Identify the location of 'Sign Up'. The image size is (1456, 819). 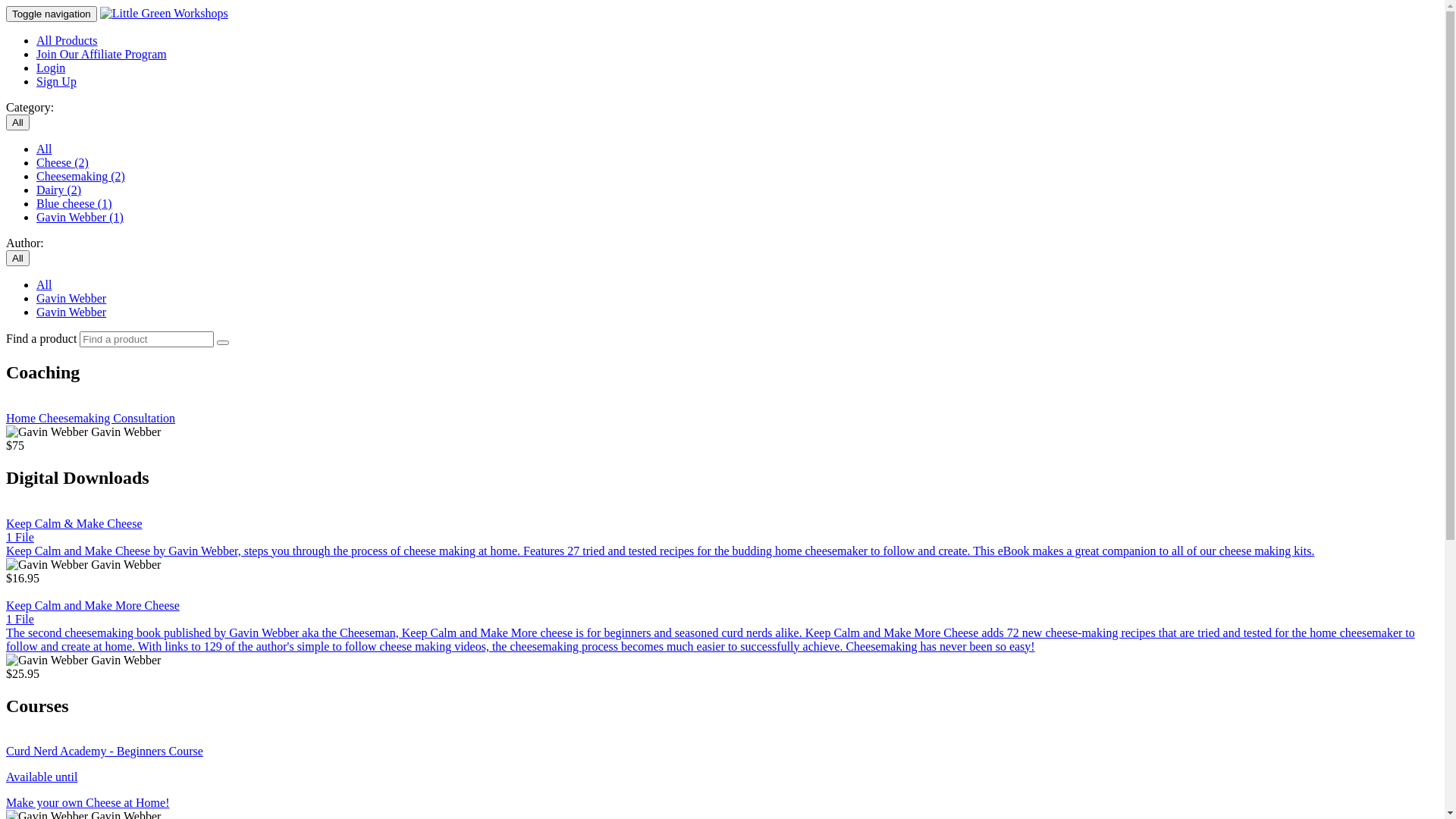
(56, 81).